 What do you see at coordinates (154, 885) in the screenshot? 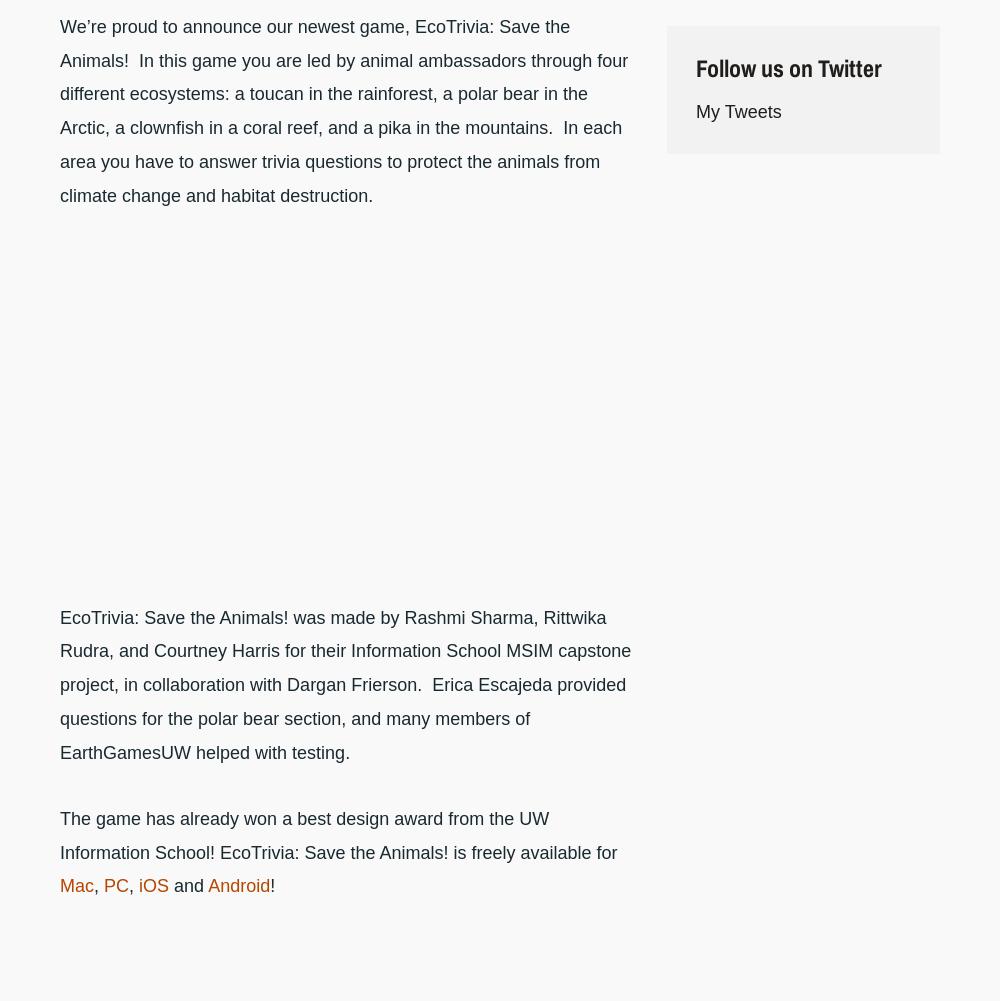
I see `'iOS'` at bounding box center [154, 885].